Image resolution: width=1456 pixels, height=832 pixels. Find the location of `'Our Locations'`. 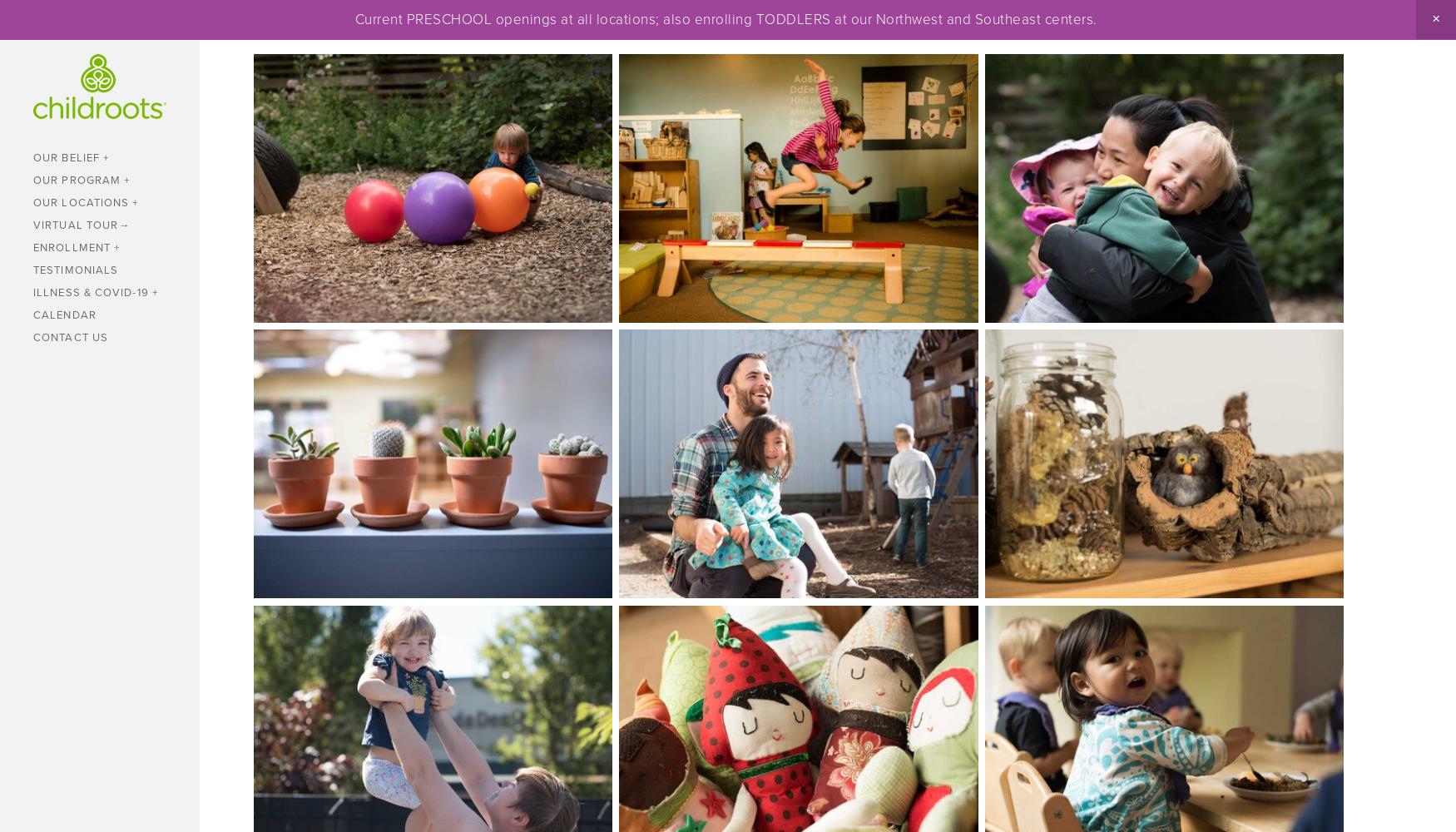

'Our Locations' is located at coordinates (81, 201).